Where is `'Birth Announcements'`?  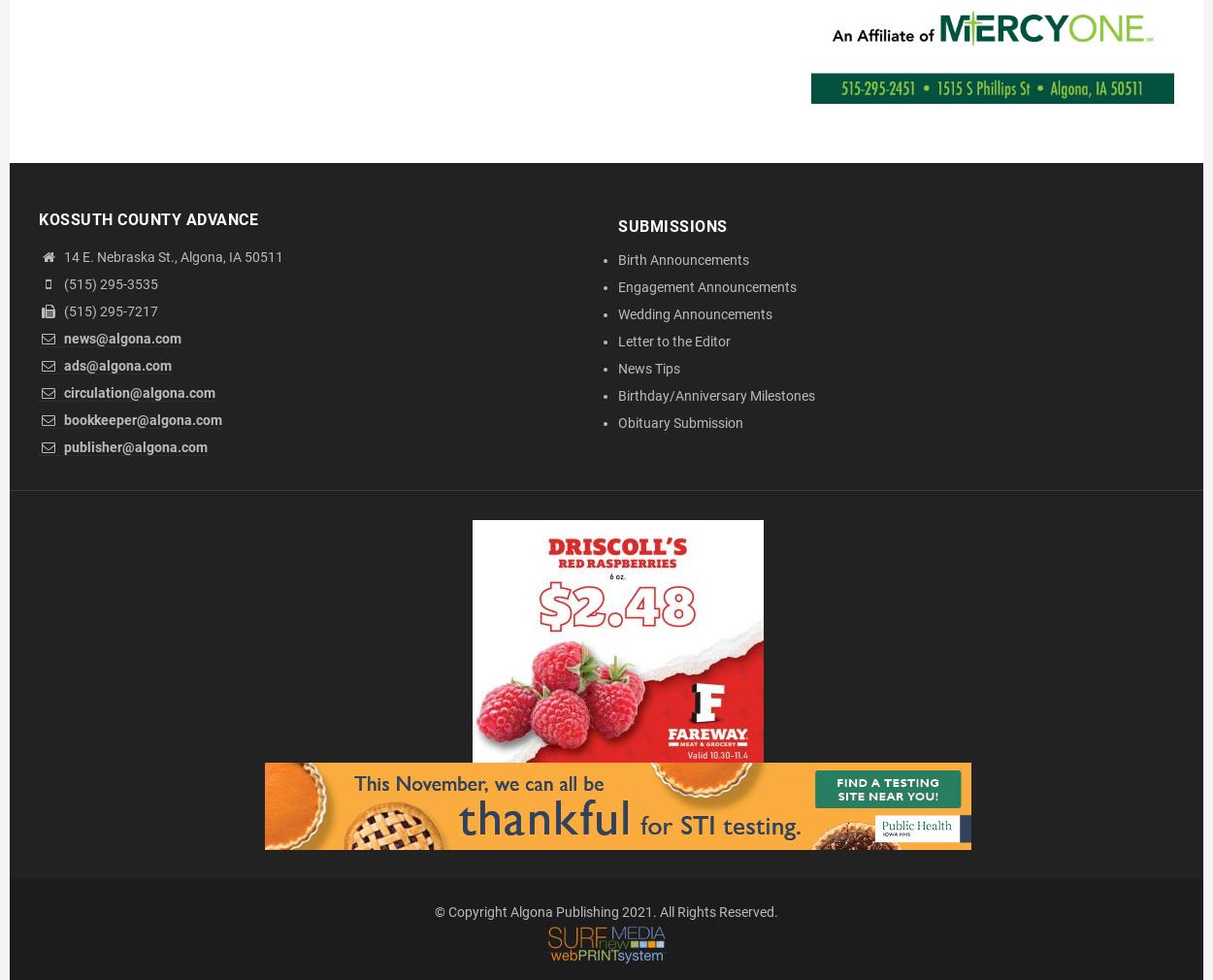
'Birth Announcements' is located at coordinates (618, 259).